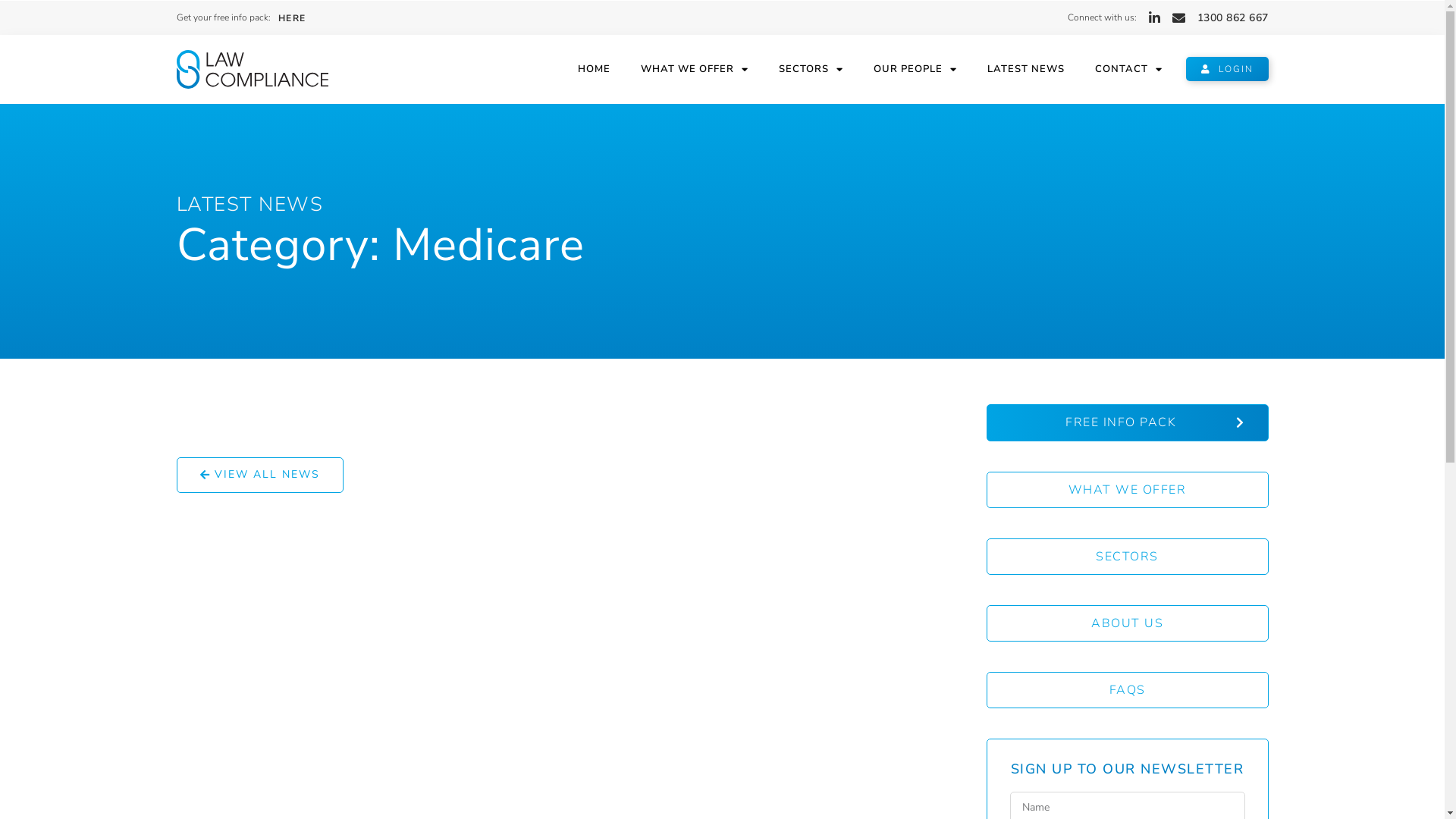 The width and height of the screenshot is (1456, 819). I want to click on 'LOGIN', so click(1227, 69).